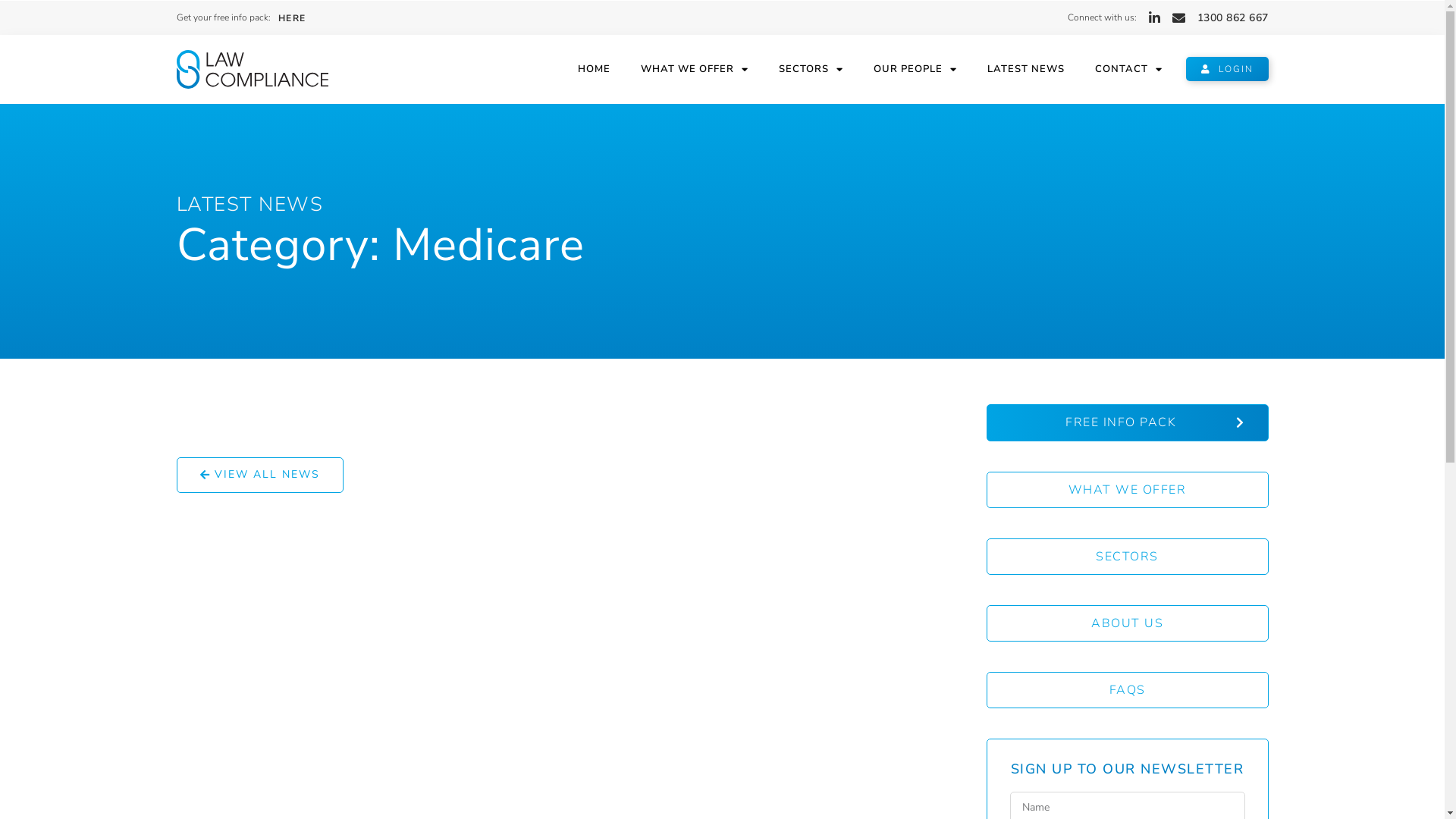 The width and height of the screenshot is (1456, 819). I want to click on 'LOGIN', so click(1227, 69).